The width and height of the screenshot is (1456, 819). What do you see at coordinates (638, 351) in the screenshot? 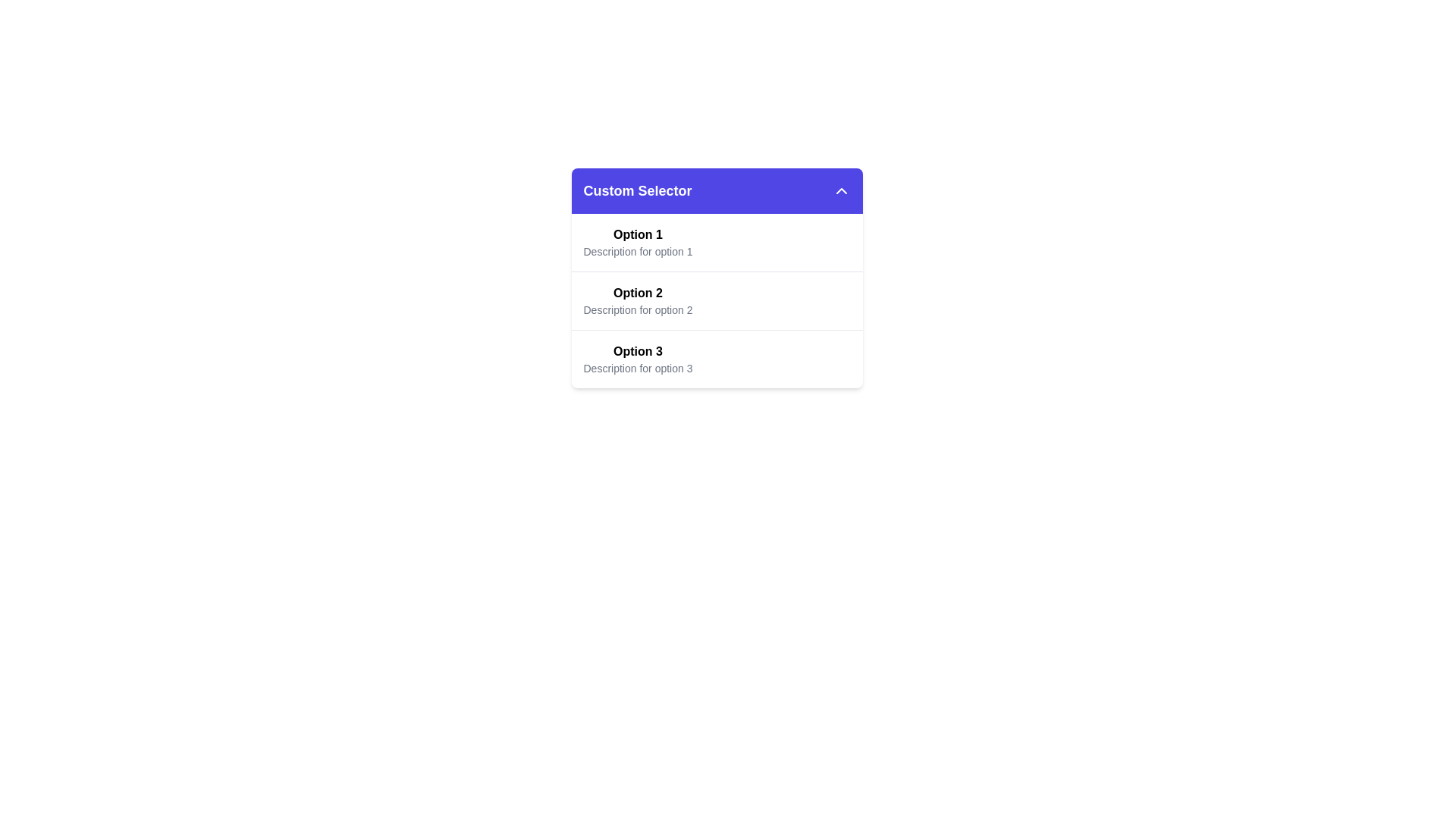
I see `the bold text label that serves as the title for a selectable option in the dropdown menu under the purple header labeled 'Custom Selector'` at bounding box center [638, 351].